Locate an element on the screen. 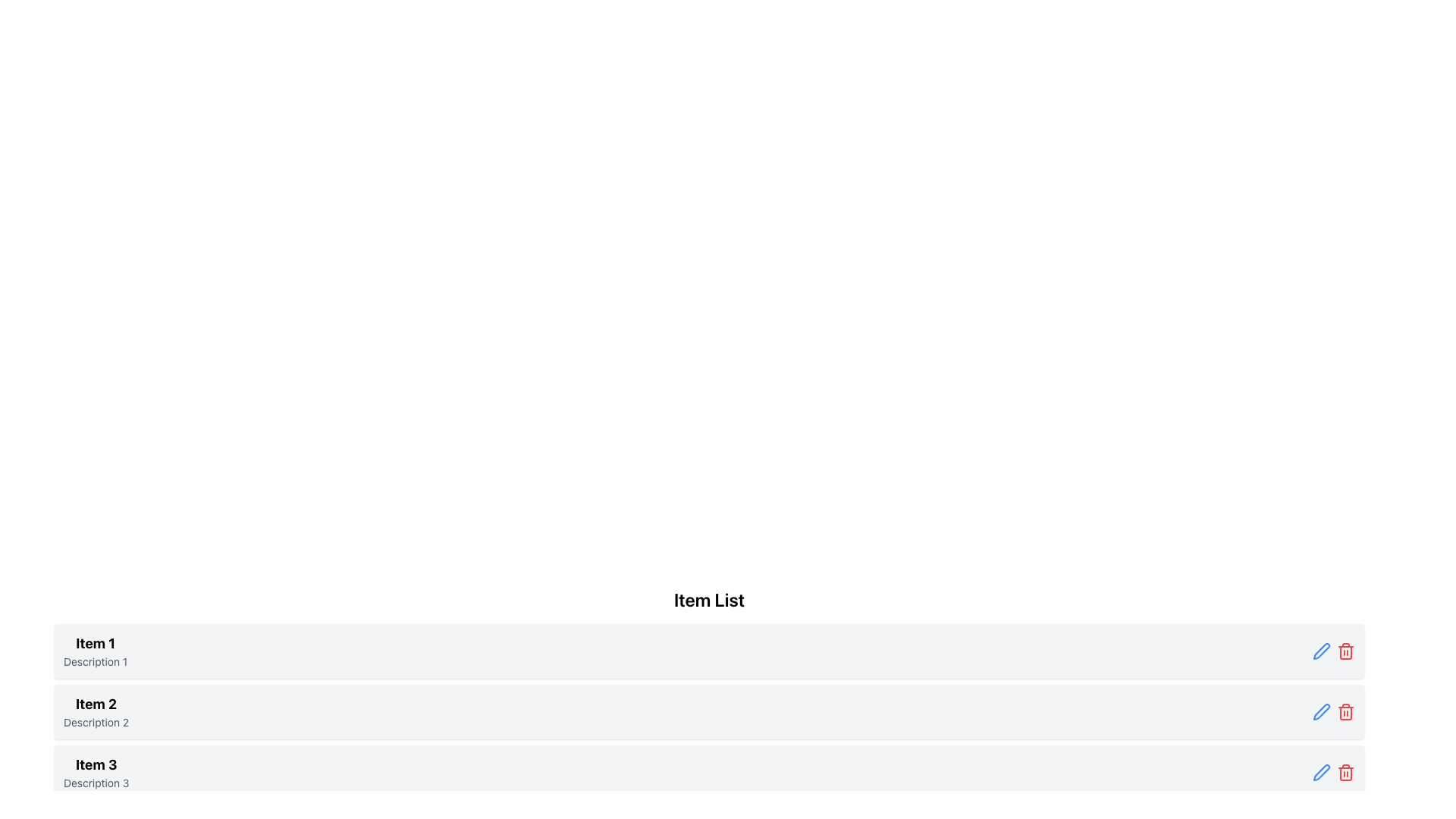 The image size is (1456, 819). the explanatory text label located directly below the bold heading 'Item 1' in the vertical list interface is located at coordinates (95, 661).